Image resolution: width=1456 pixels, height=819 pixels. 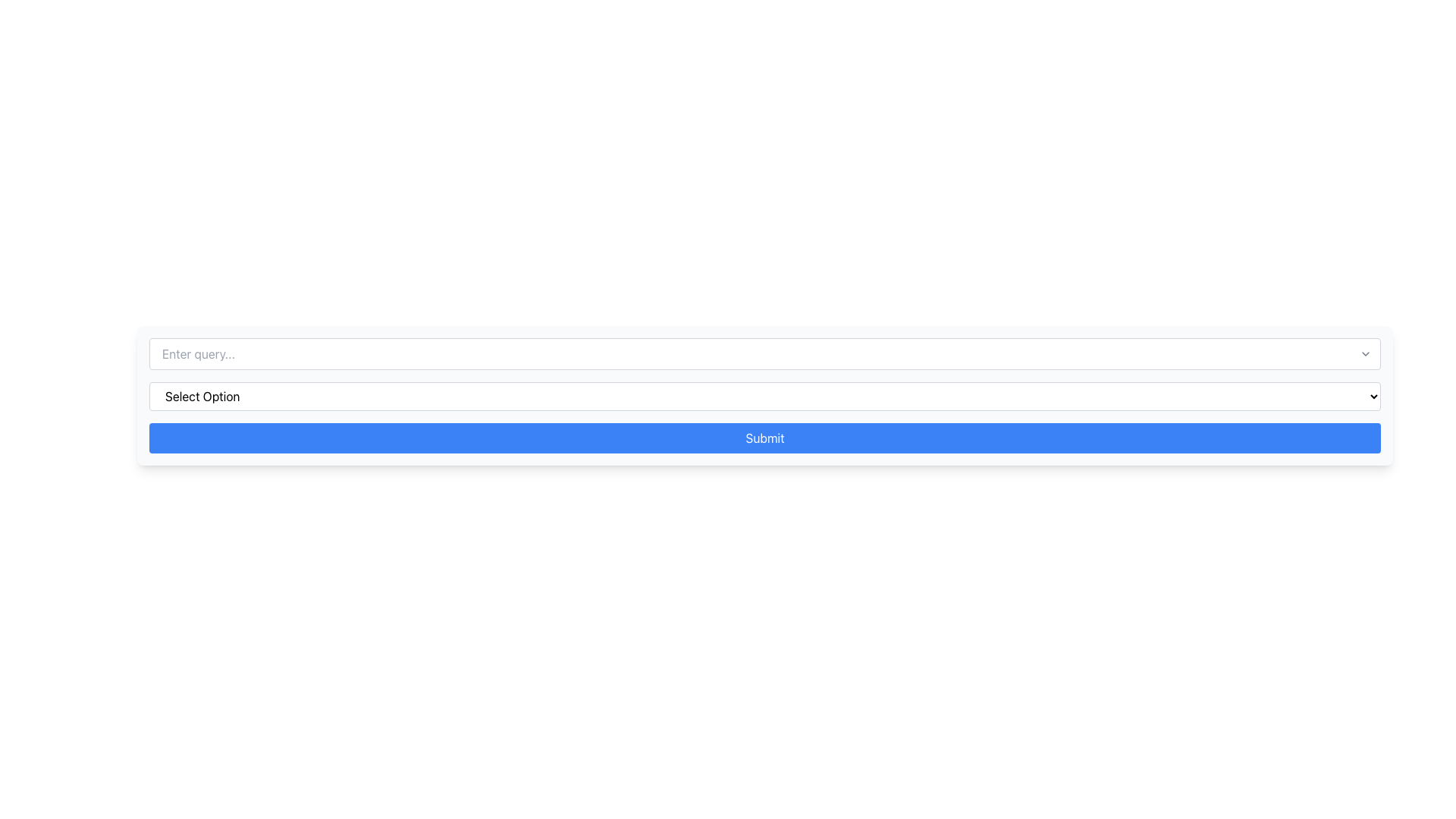 I want to click on the small chevron-down icon located at the far-right end of the dropdown menu field, so click(x=1365, y=353).